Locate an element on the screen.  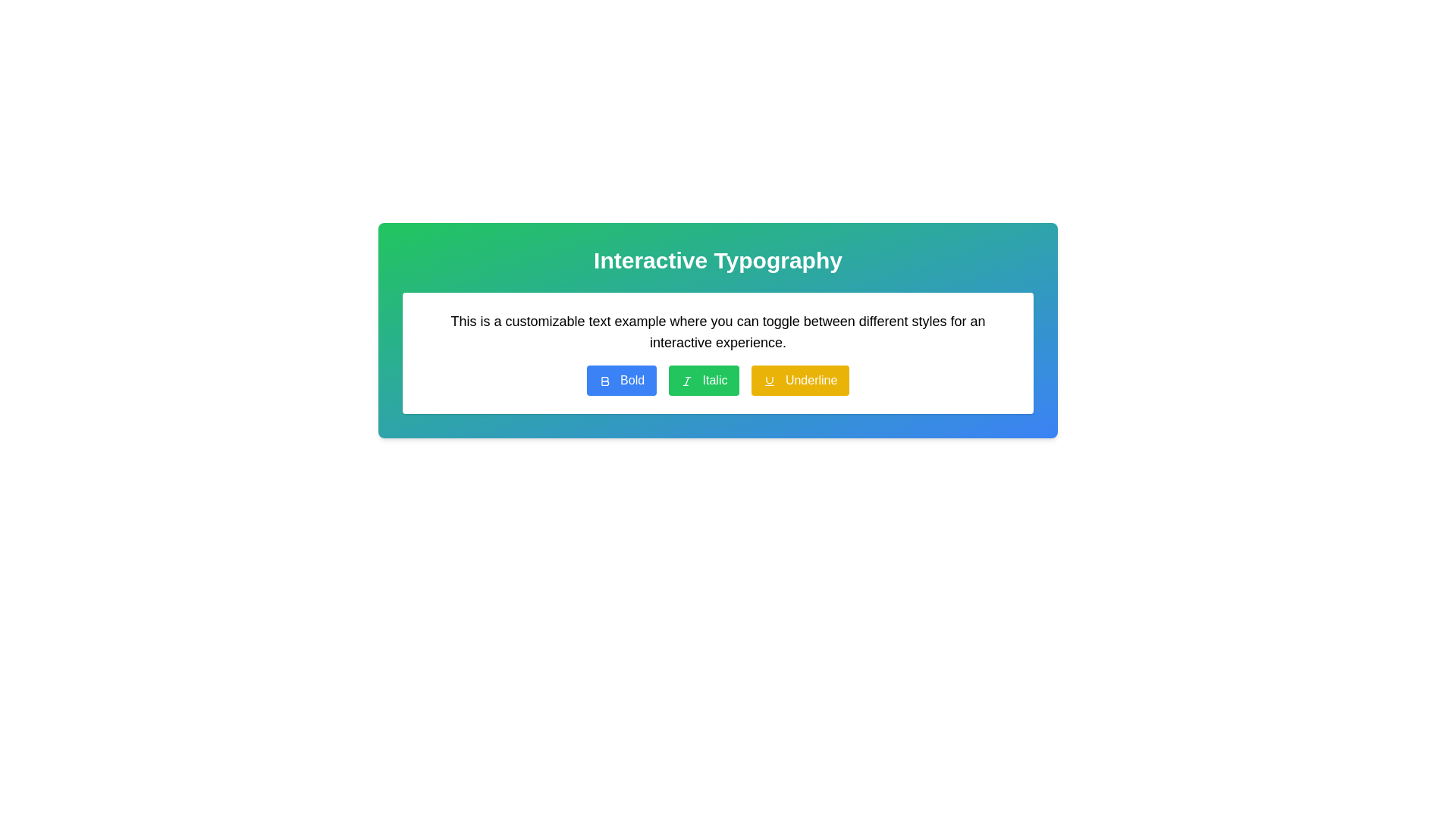
the Static Text that displays the sentence: 'This is a customizable text example where you can toggle between different styles for an interactive experience.' is located at coordinates (717, 331).